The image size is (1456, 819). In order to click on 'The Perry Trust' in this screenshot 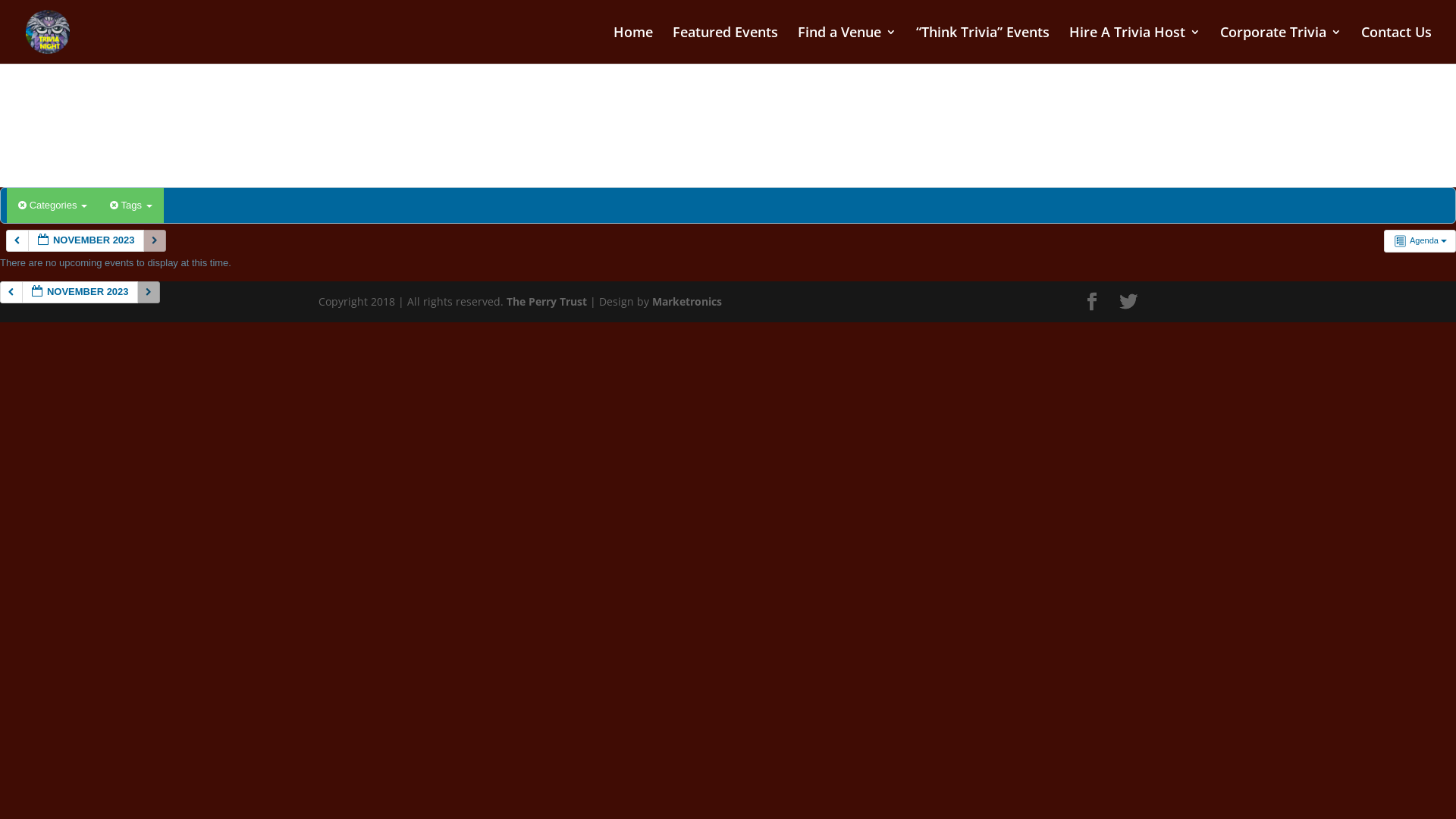, I will do `click(546, 301)`.